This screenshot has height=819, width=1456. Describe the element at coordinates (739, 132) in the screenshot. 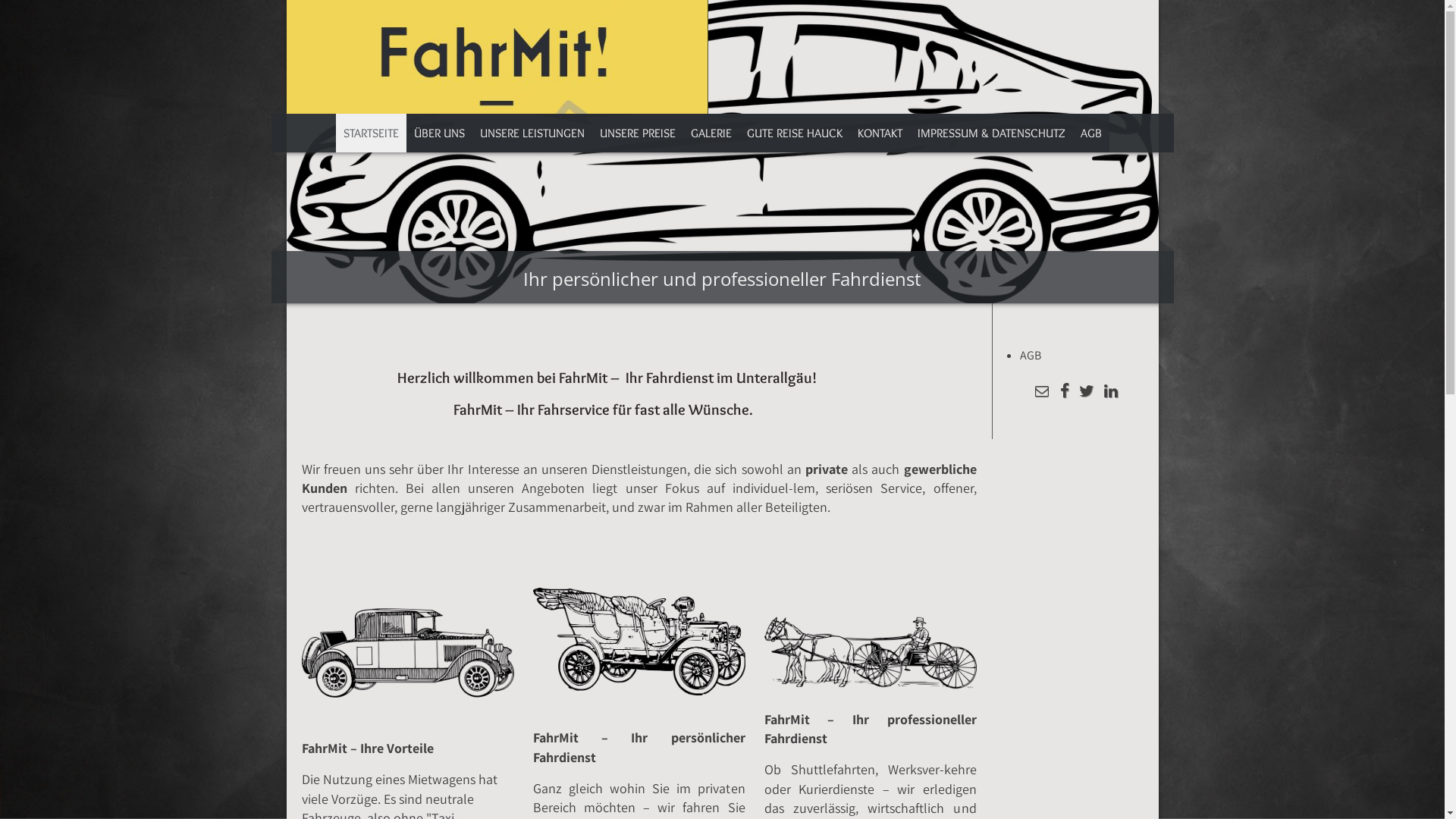

I see `'GUTE REISE HAUCK'` at that location.